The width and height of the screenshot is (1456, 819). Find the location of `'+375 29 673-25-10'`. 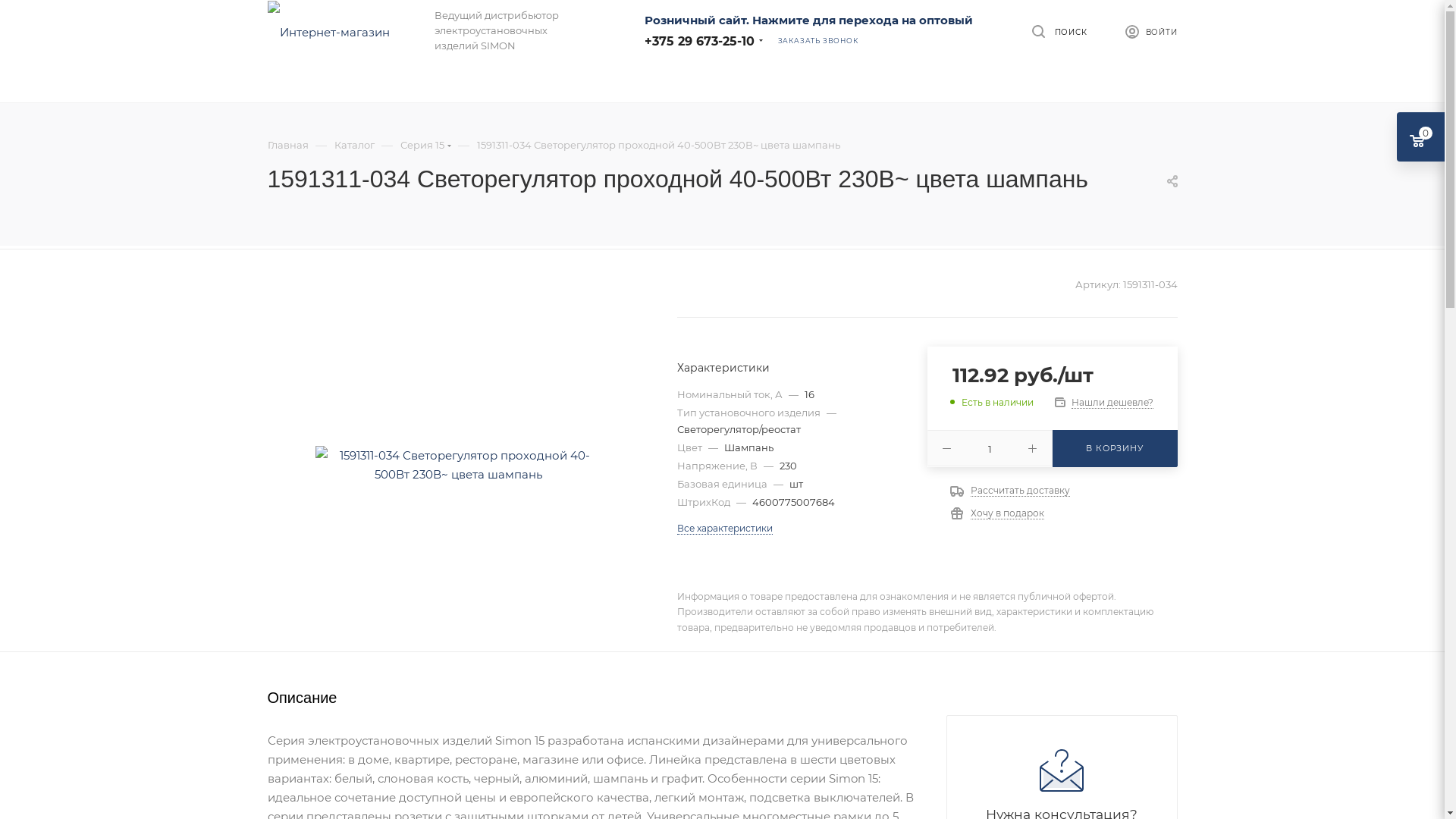

'+375 29 673-25-10' is located at coordinates (644, 39).